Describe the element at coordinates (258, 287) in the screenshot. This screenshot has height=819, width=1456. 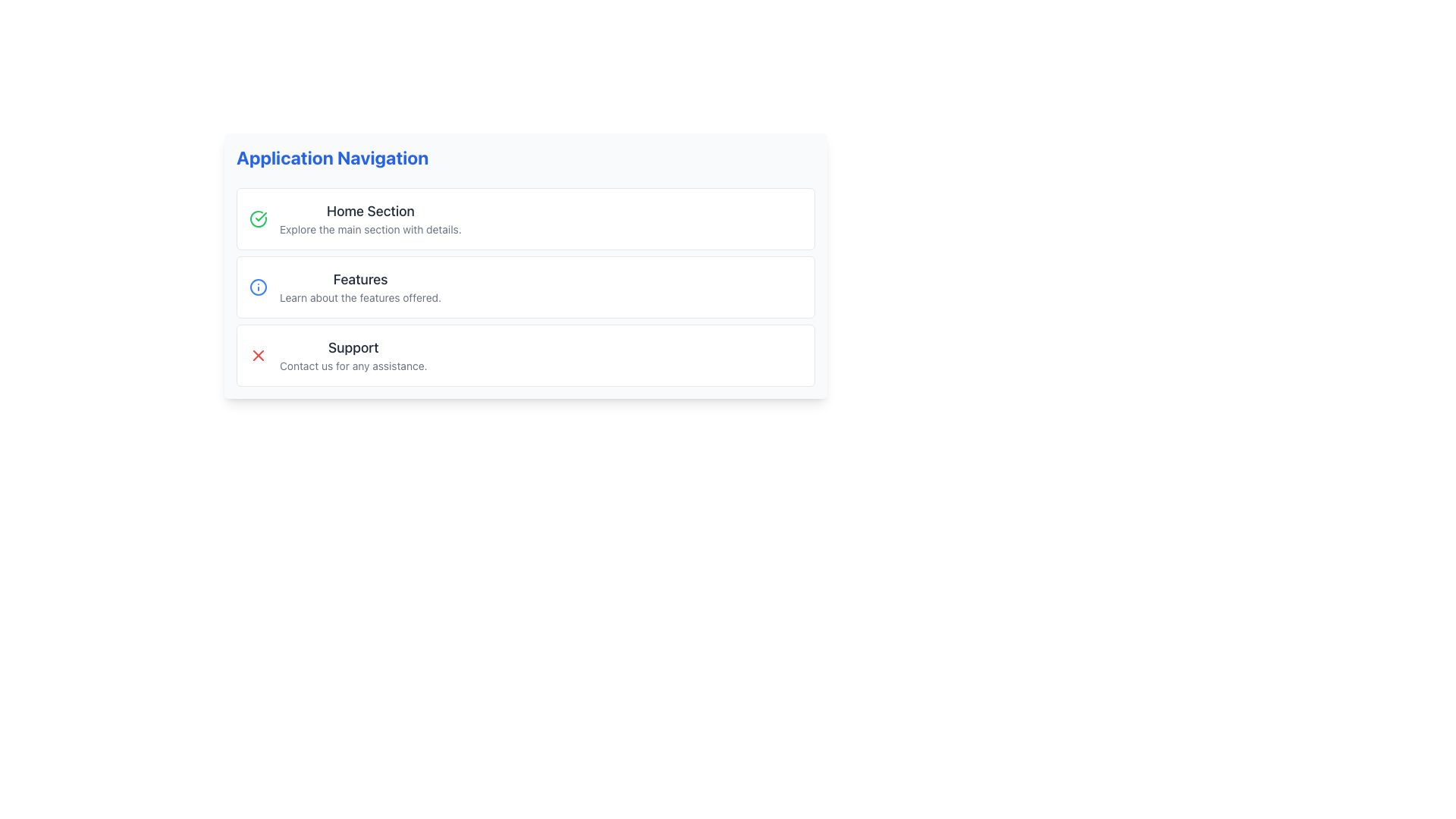
I see `the blue circular icon with an 'i' in the center, located next to the 'Features' title in the 'Features' section` at that location.